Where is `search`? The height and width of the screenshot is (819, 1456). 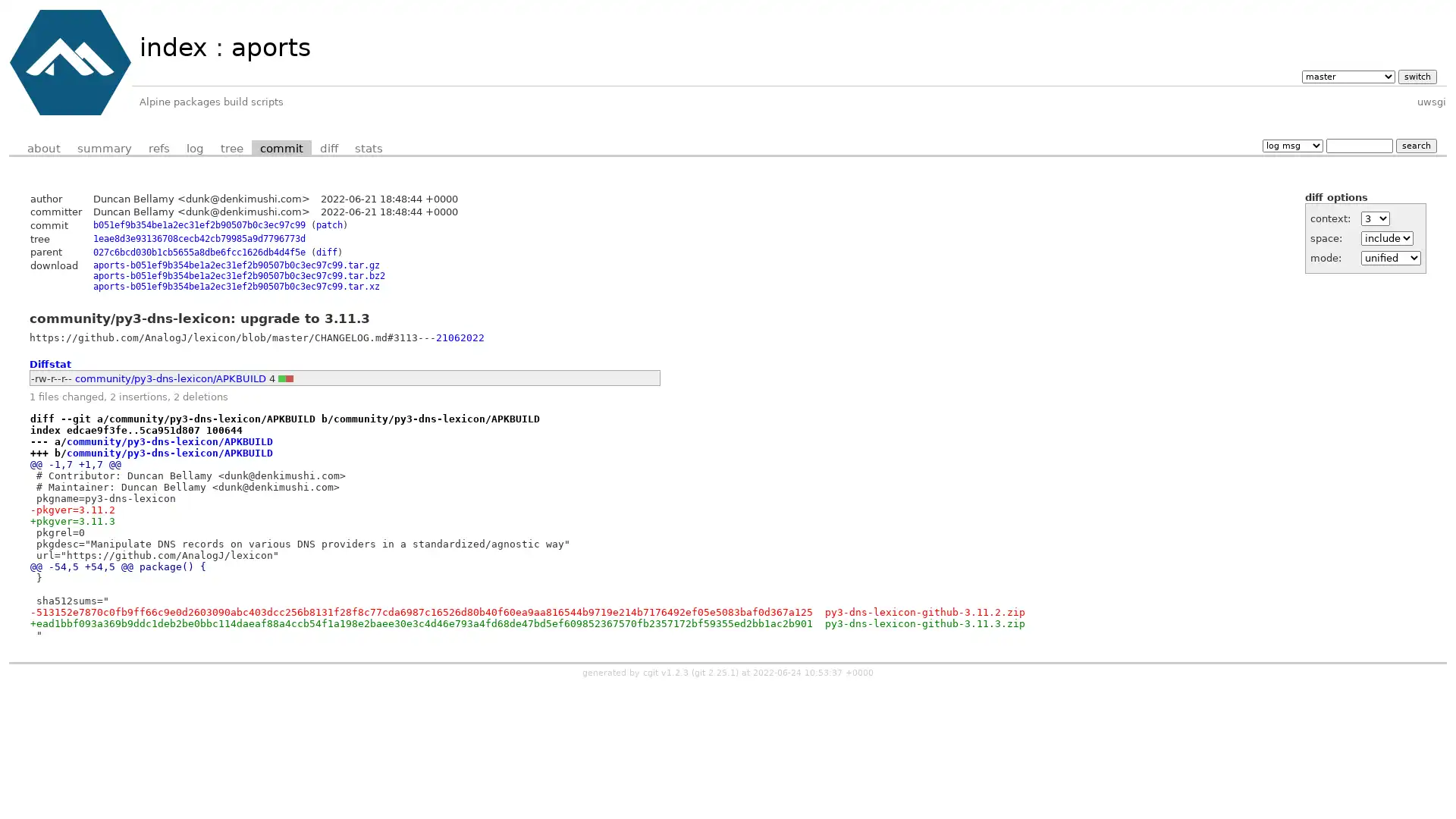
search is located at coordinates (1415, 145).